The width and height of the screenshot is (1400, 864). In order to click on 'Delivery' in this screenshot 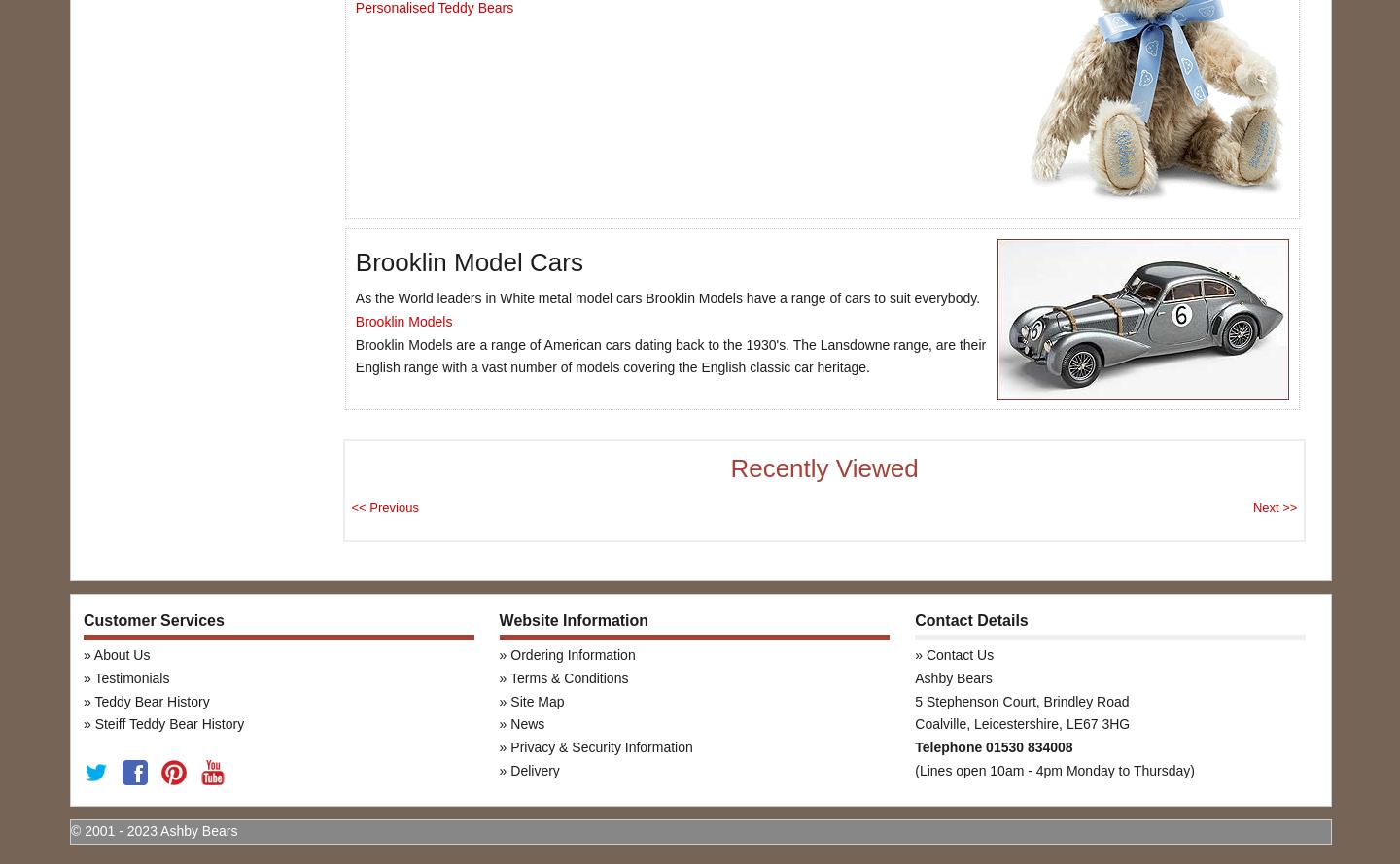, I will do `click(509, 770)`.